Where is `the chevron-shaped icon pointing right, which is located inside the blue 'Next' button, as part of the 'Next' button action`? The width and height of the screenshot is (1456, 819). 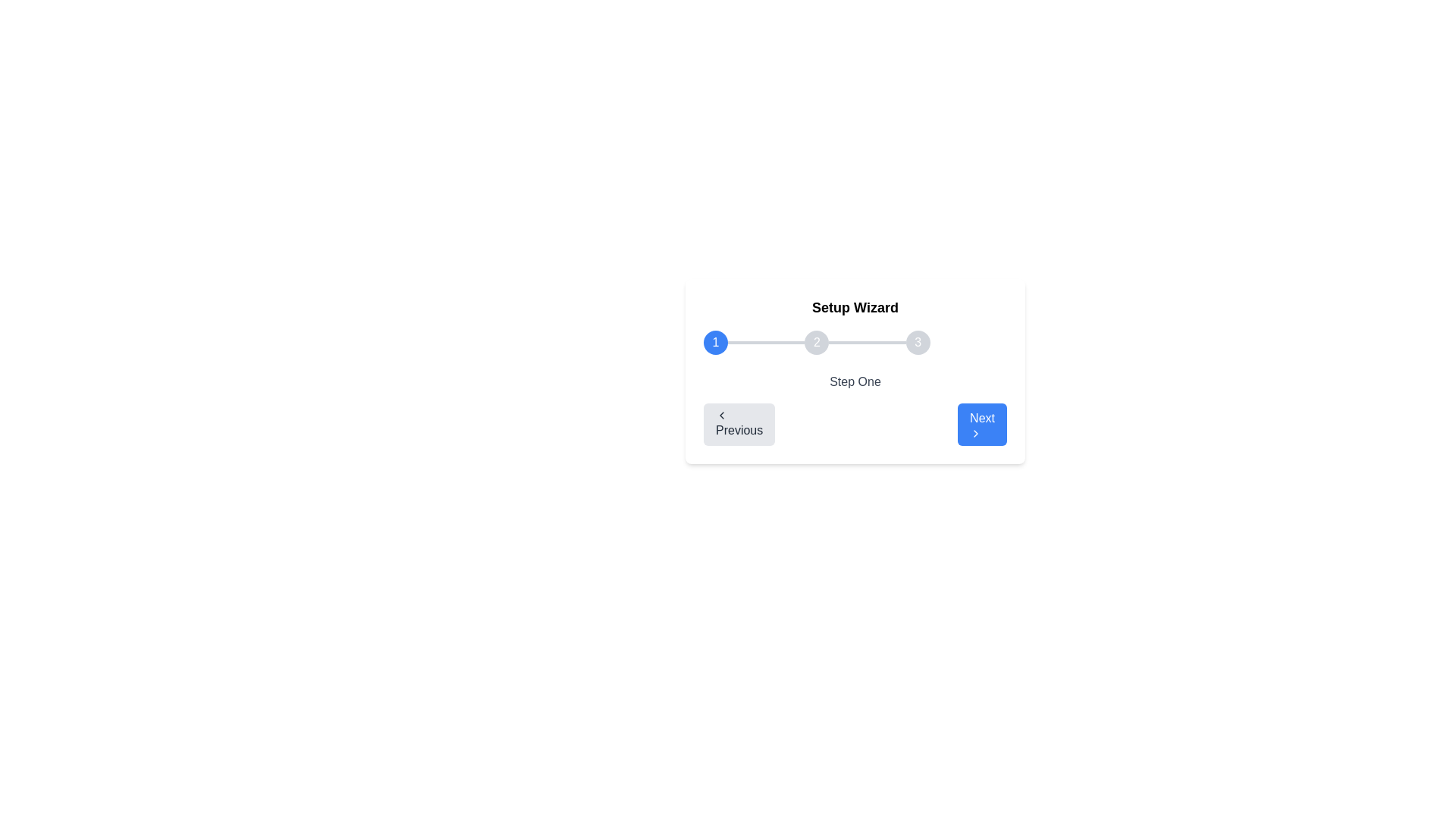 the chevron-shaped icon pointing right, which is located inside the blue 'Next' button, as part of the 'Next' button action is located at coordinates (976, 433).